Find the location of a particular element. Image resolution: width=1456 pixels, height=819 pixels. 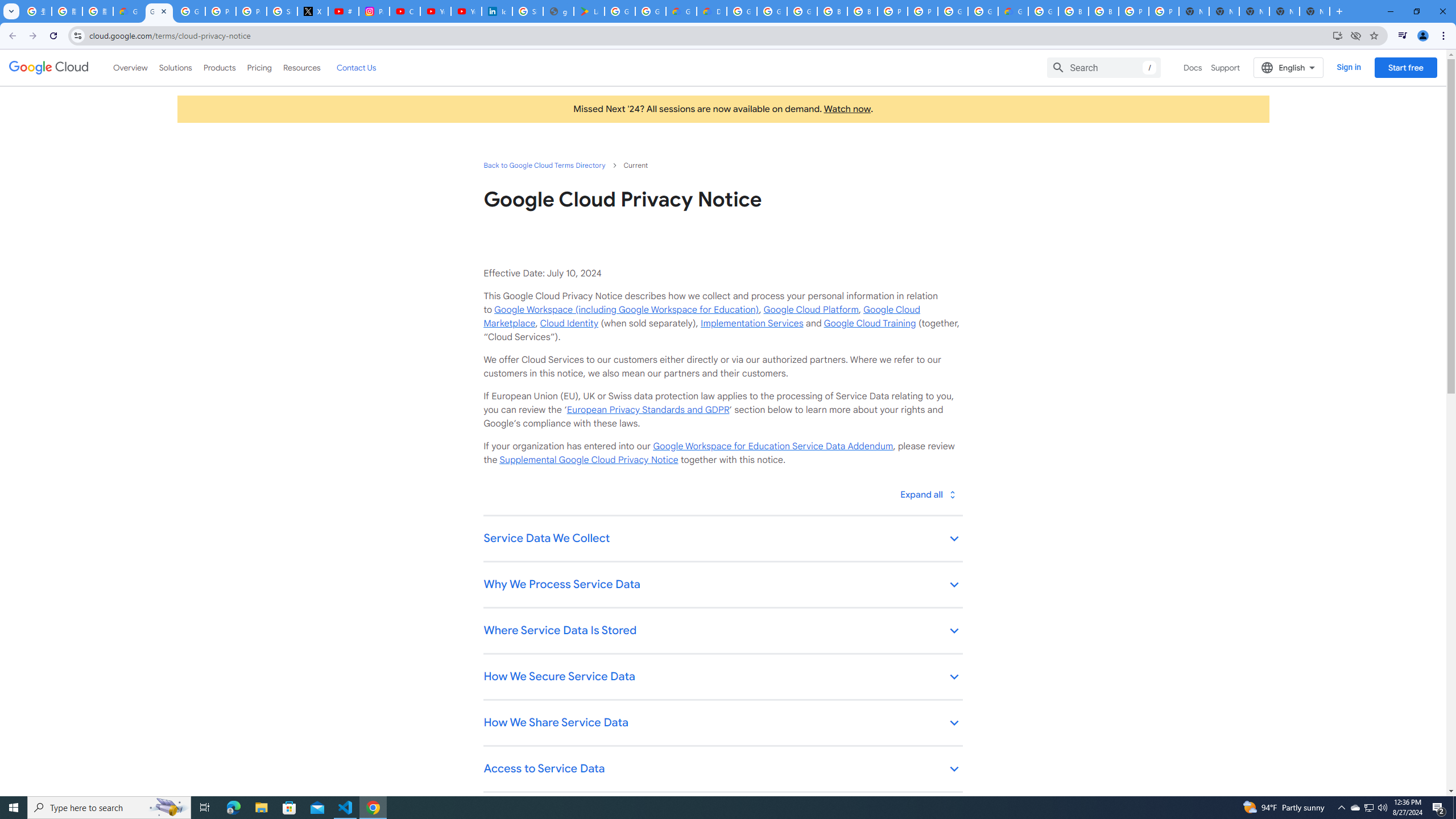

'Docs' is located at coordinates (1192, 67).